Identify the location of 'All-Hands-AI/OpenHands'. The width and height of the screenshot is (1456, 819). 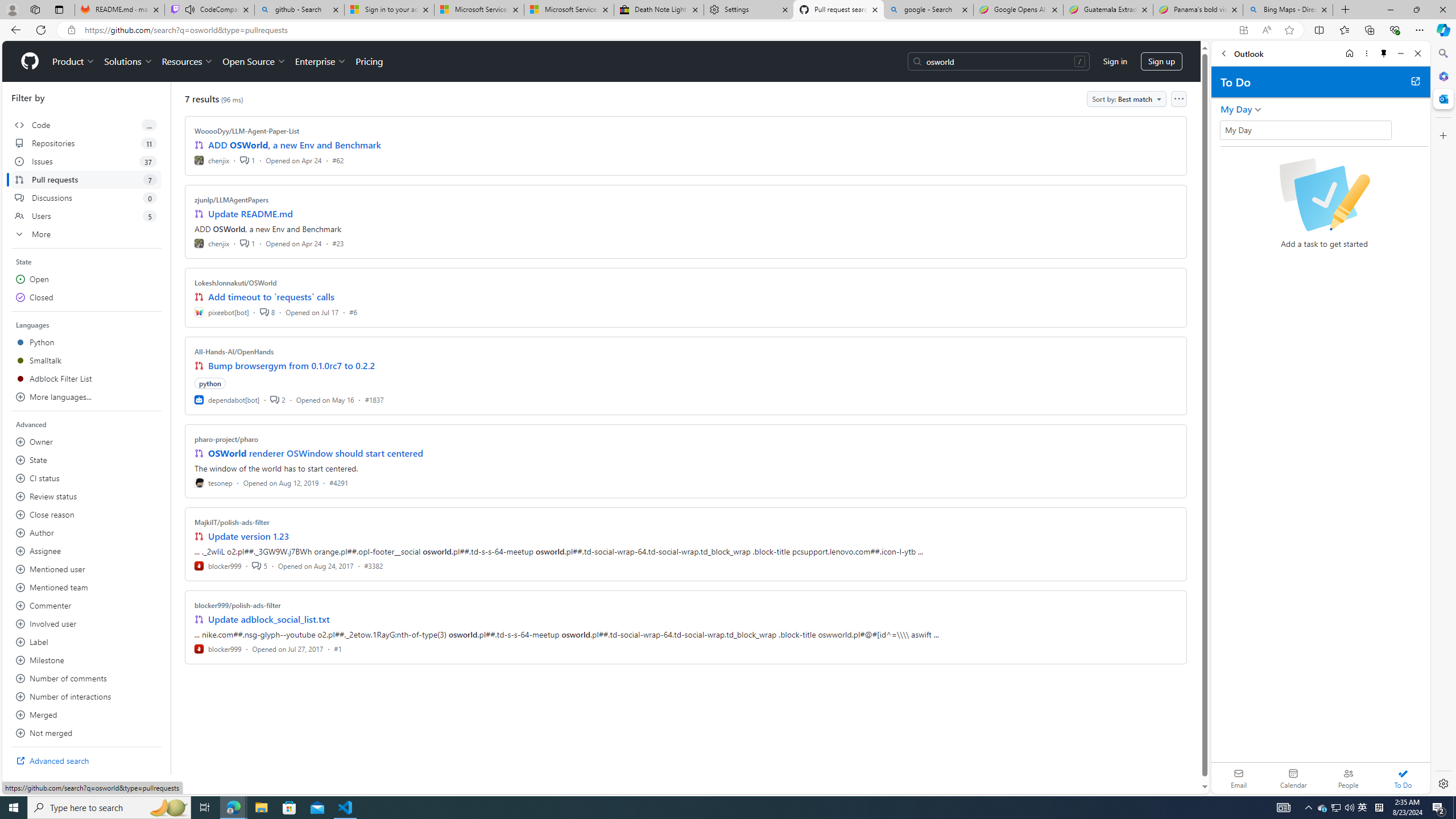
(234, 350).